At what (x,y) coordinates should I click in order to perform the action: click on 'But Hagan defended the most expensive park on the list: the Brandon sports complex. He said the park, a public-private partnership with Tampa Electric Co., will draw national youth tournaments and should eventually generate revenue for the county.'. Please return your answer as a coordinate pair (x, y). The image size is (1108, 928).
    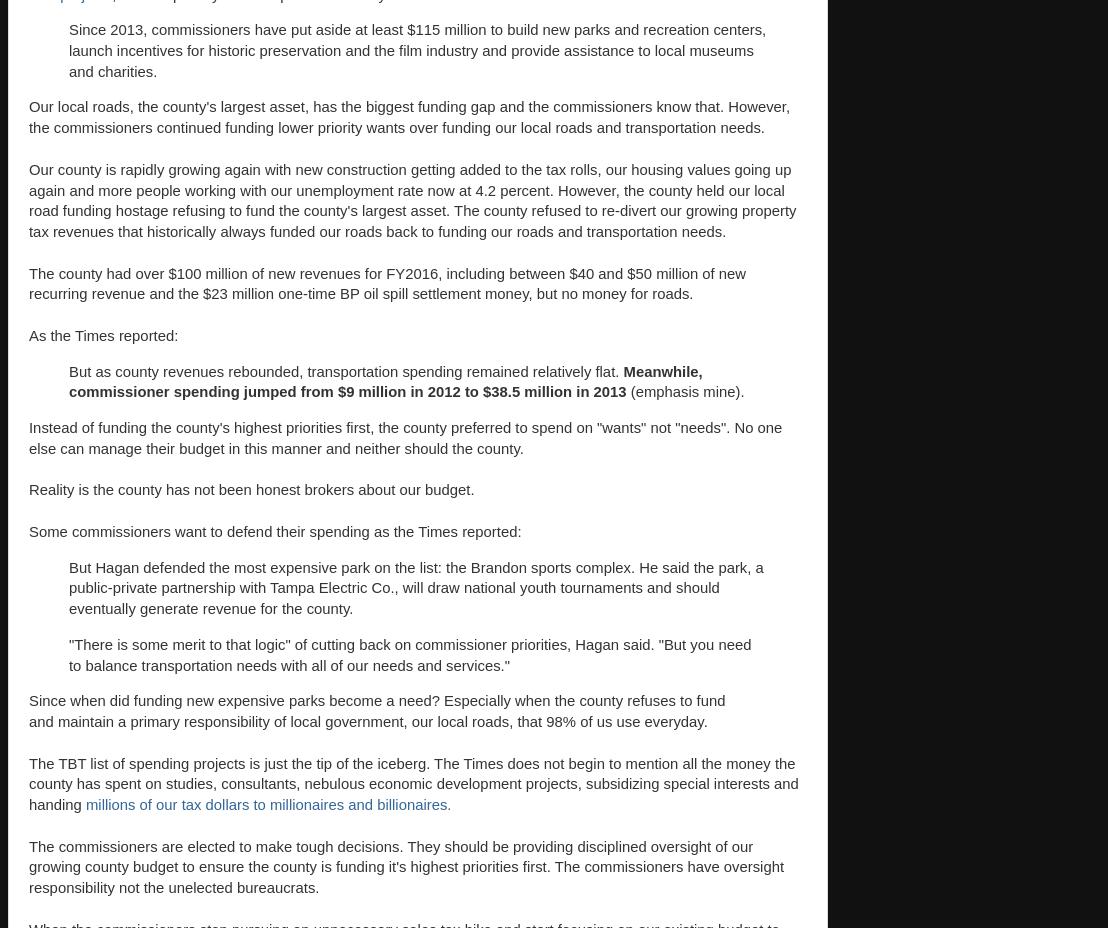
    Looking at the image, I should click on (416, 587).